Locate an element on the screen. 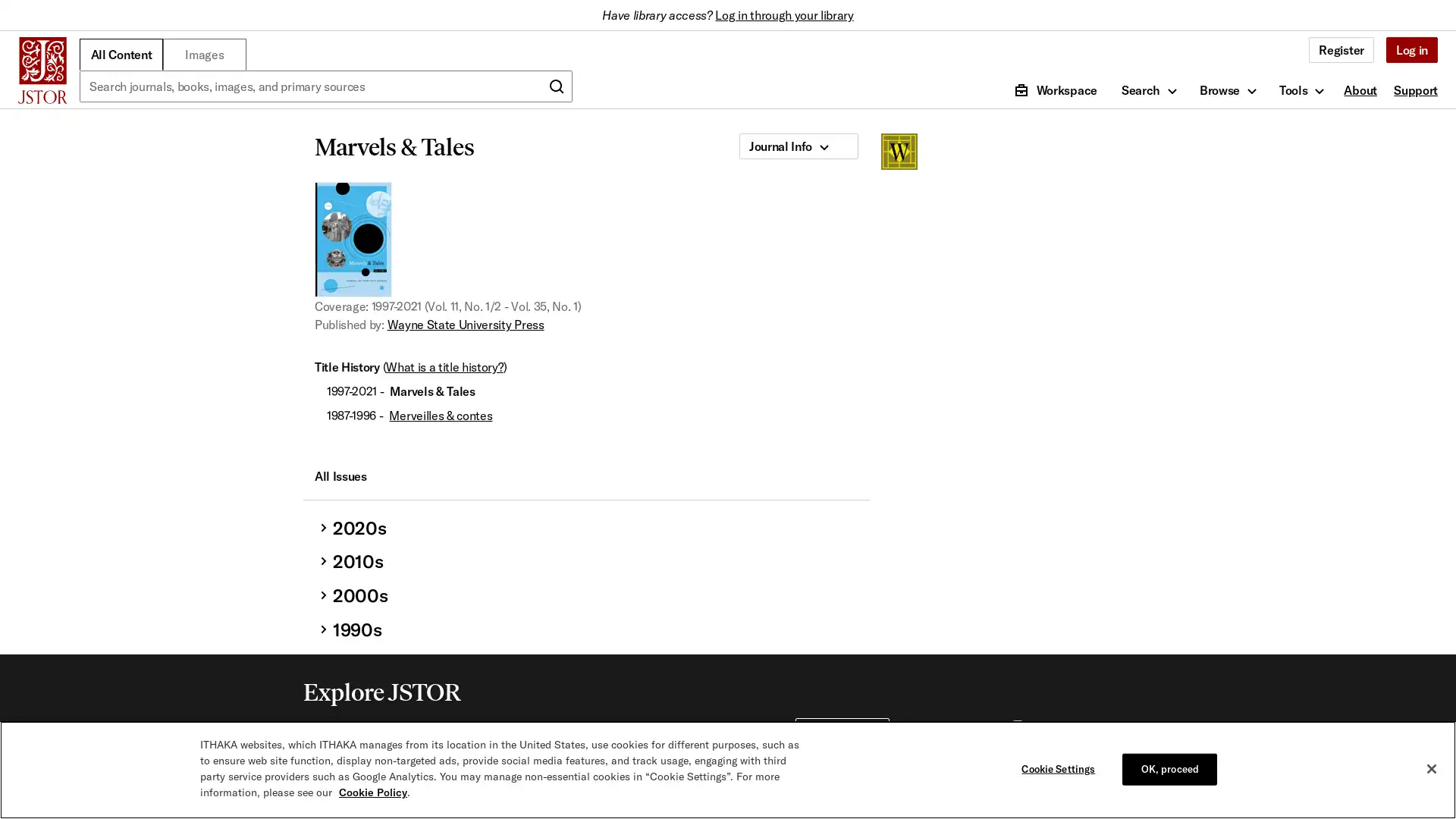 Image resolution: width=1456 pixels, height=819 pixels. Cookie Settings is located at coordinates (1061, 769).